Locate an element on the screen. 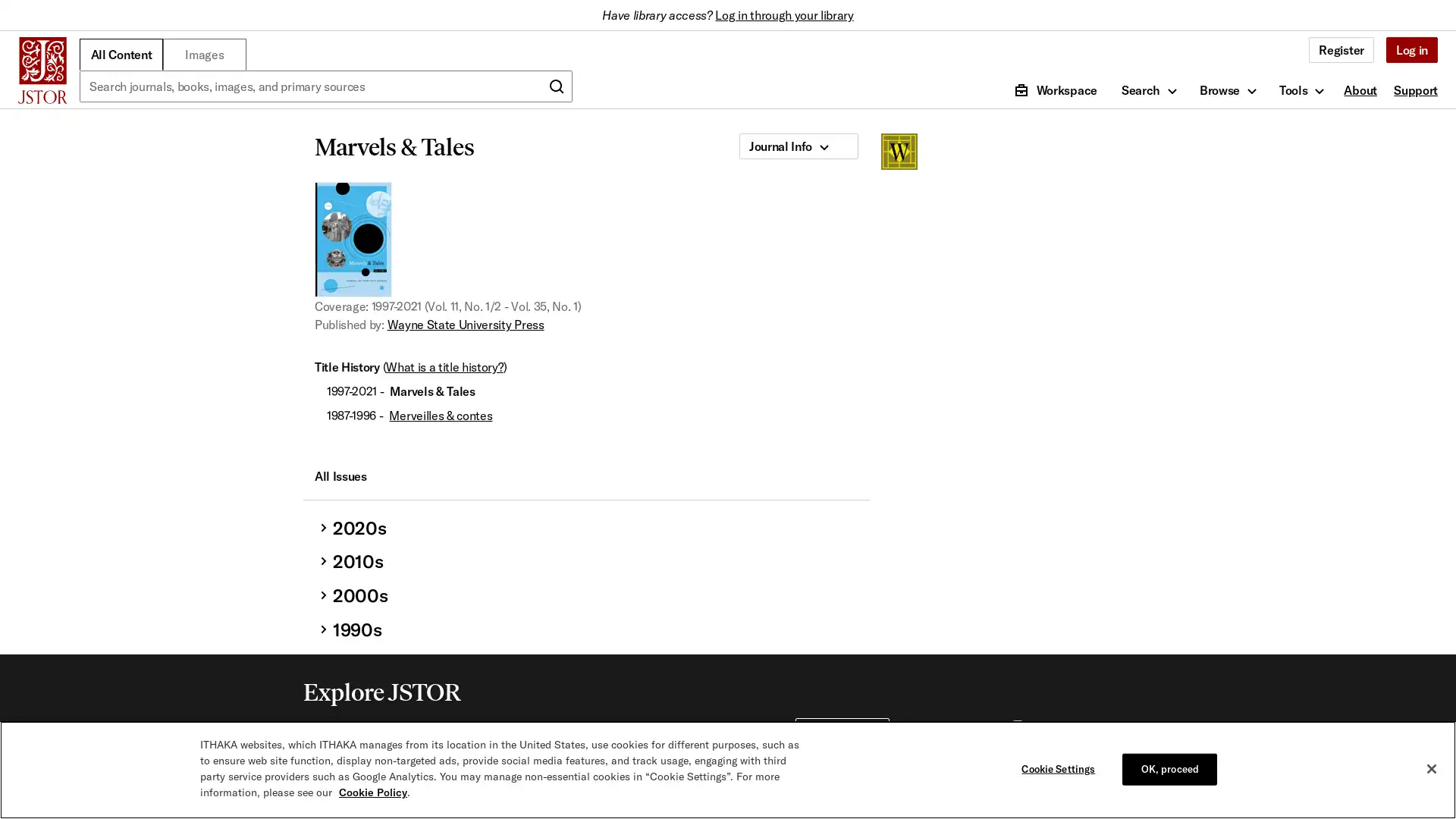 Image resolution: width=1456 pixels, height=819 pixels. Cookie Settings is located at coordinates (1061, 769).